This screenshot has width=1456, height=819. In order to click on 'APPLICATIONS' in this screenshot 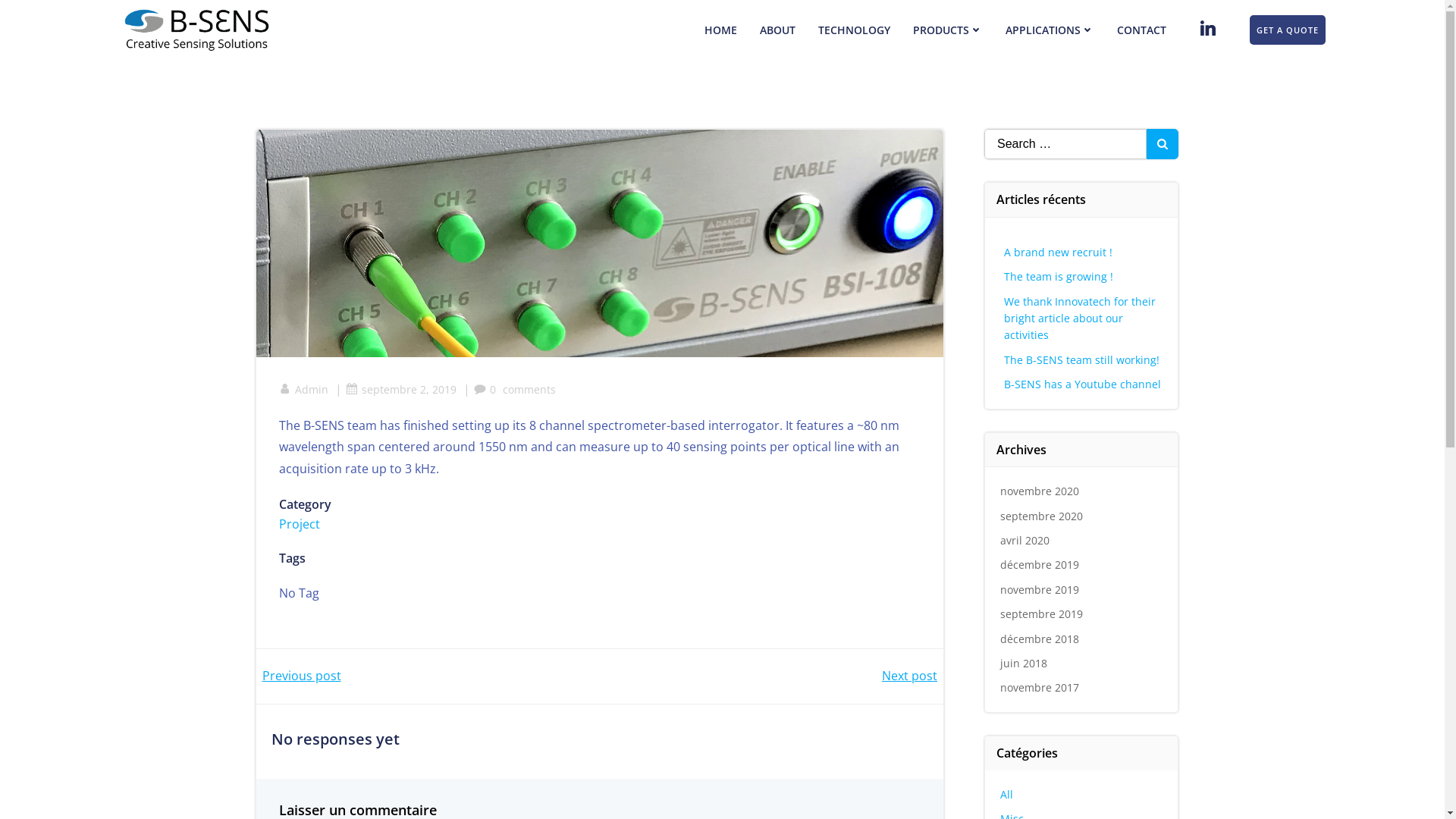, I will do `click(1049, 30)`.